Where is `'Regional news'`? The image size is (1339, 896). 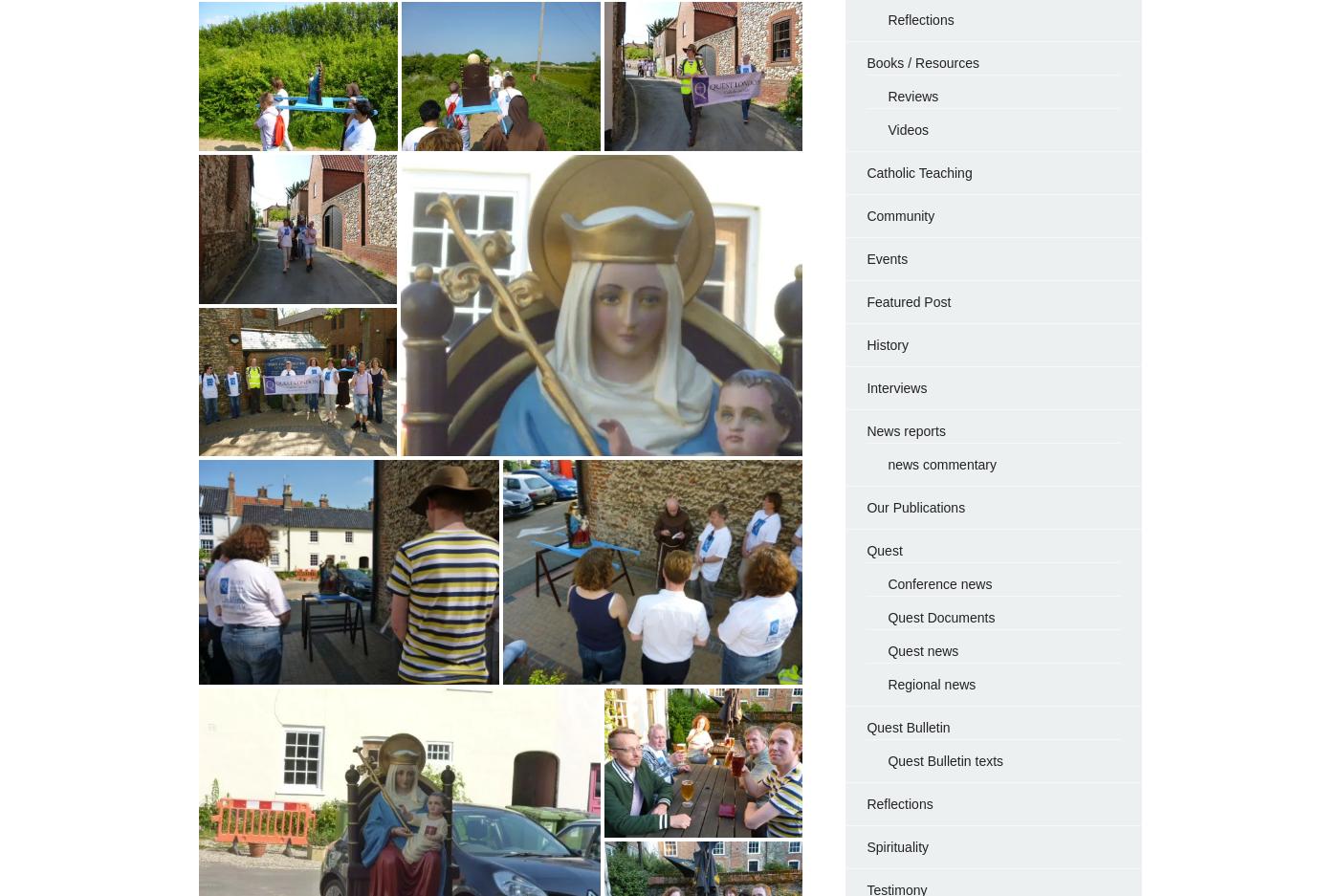
'Regional news' is located at coordinates (930, 684).